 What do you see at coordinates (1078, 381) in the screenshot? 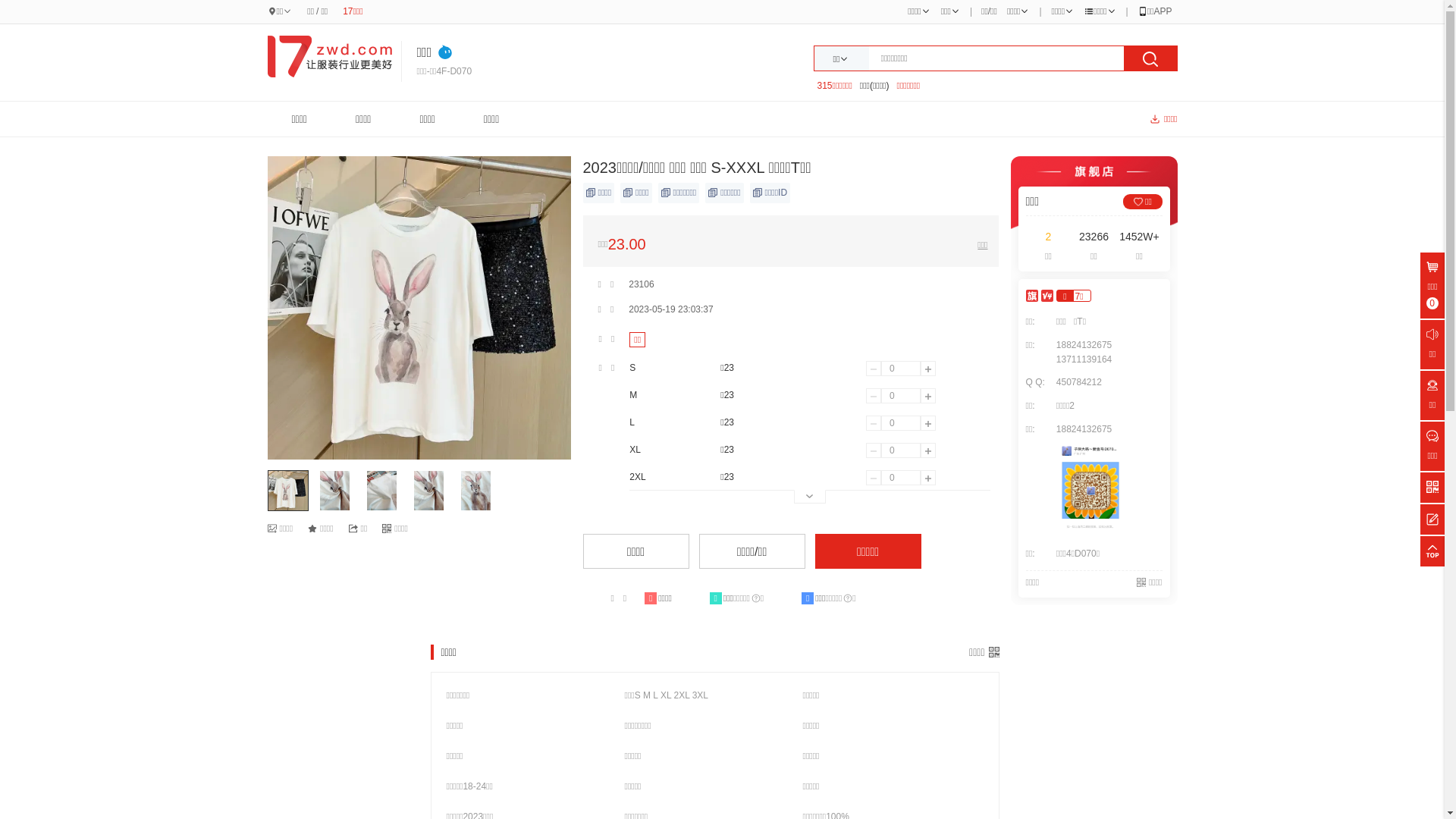
I see `'450784212'` at bounding box center [1078, 381].